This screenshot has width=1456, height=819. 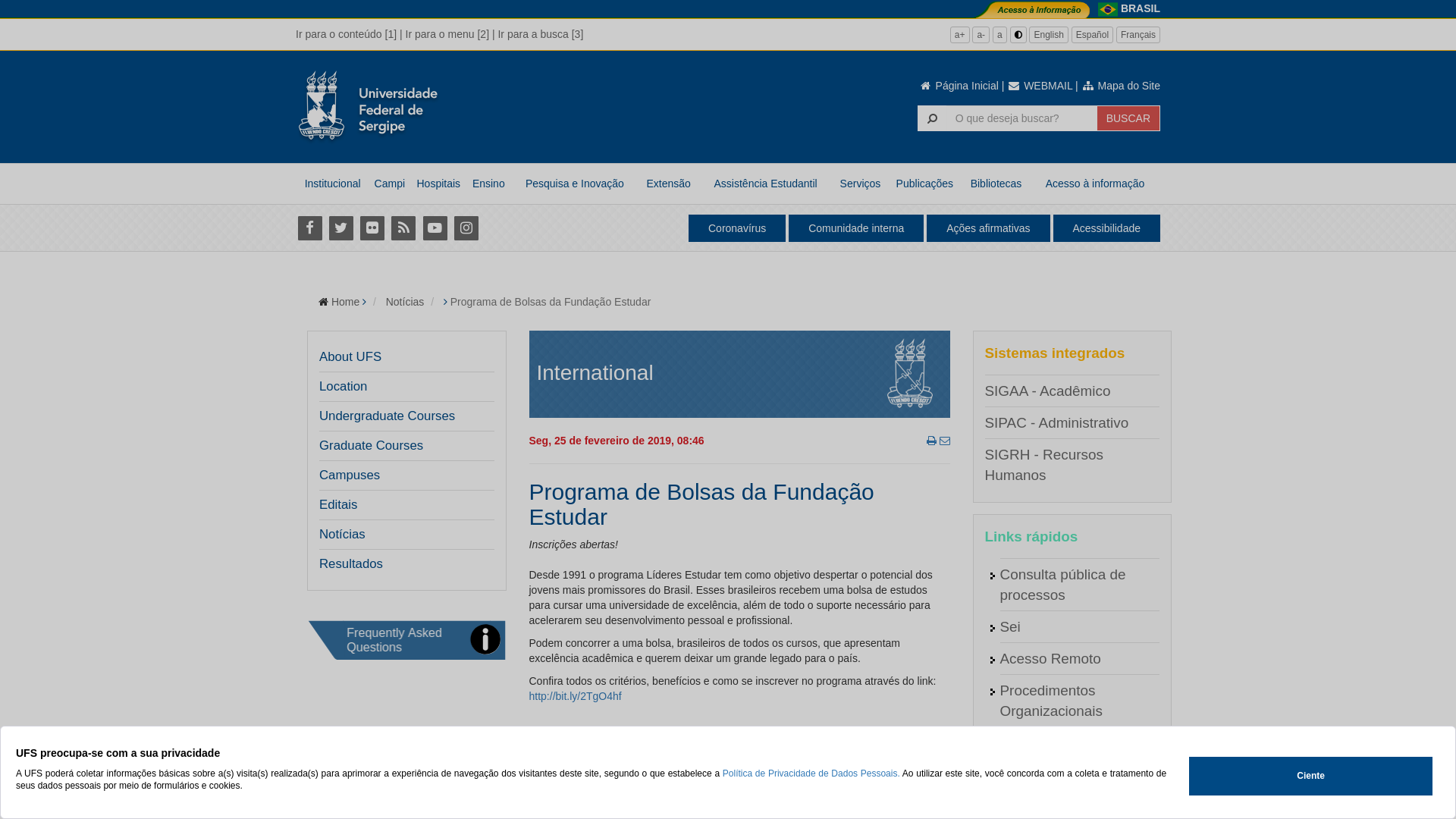 I want to click on 'Ir para o menu [2]', so click(x=447, y=34).